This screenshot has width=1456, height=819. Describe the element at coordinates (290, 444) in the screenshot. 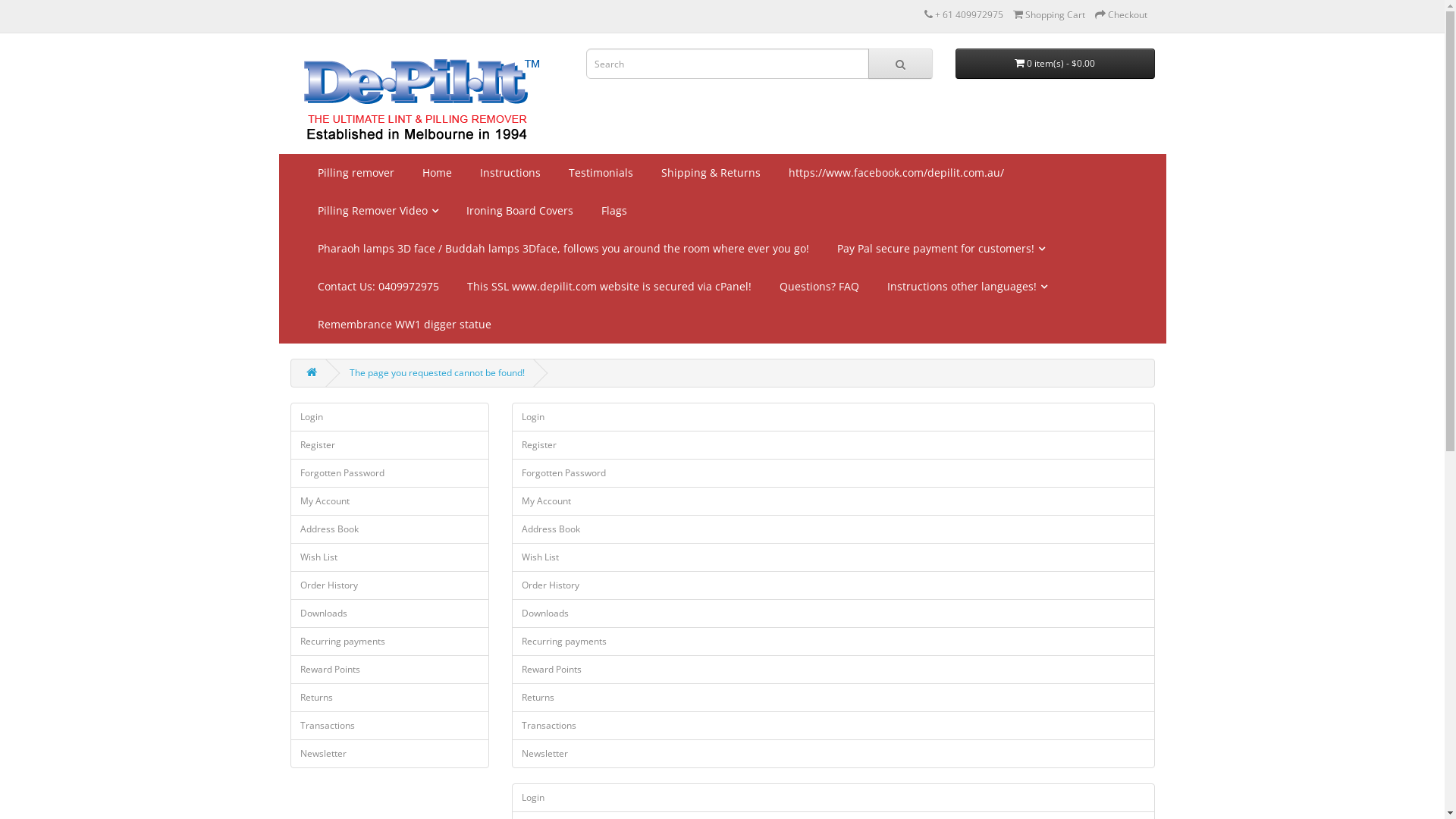

I see `'Register'` at that location.